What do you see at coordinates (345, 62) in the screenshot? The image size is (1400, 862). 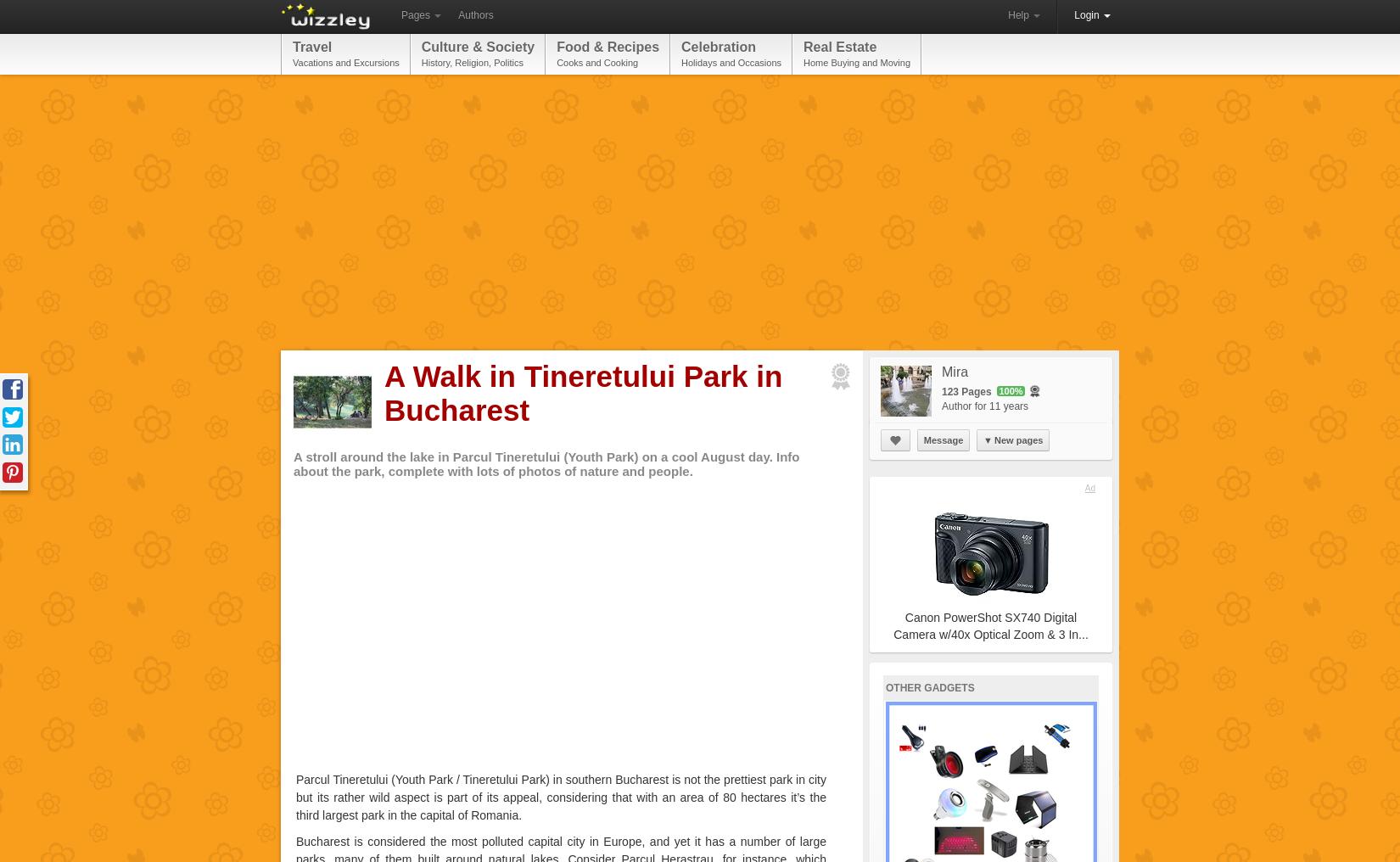 I see `'Vacations and Excursions'` at bounding box center [345, 62].